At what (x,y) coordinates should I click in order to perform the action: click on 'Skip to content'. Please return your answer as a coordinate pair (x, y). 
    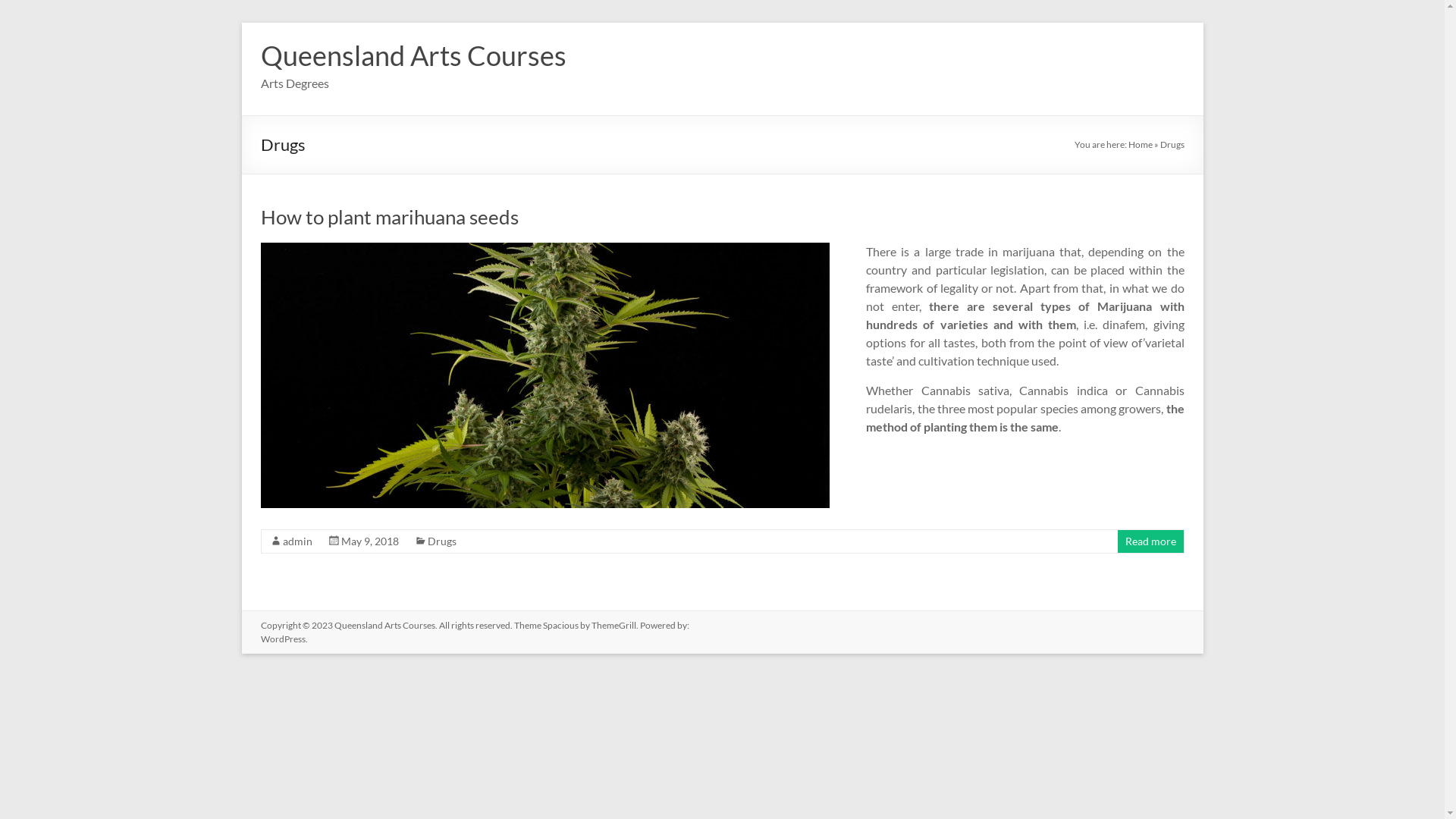
    Looking at the image, I should click on (240, 22).